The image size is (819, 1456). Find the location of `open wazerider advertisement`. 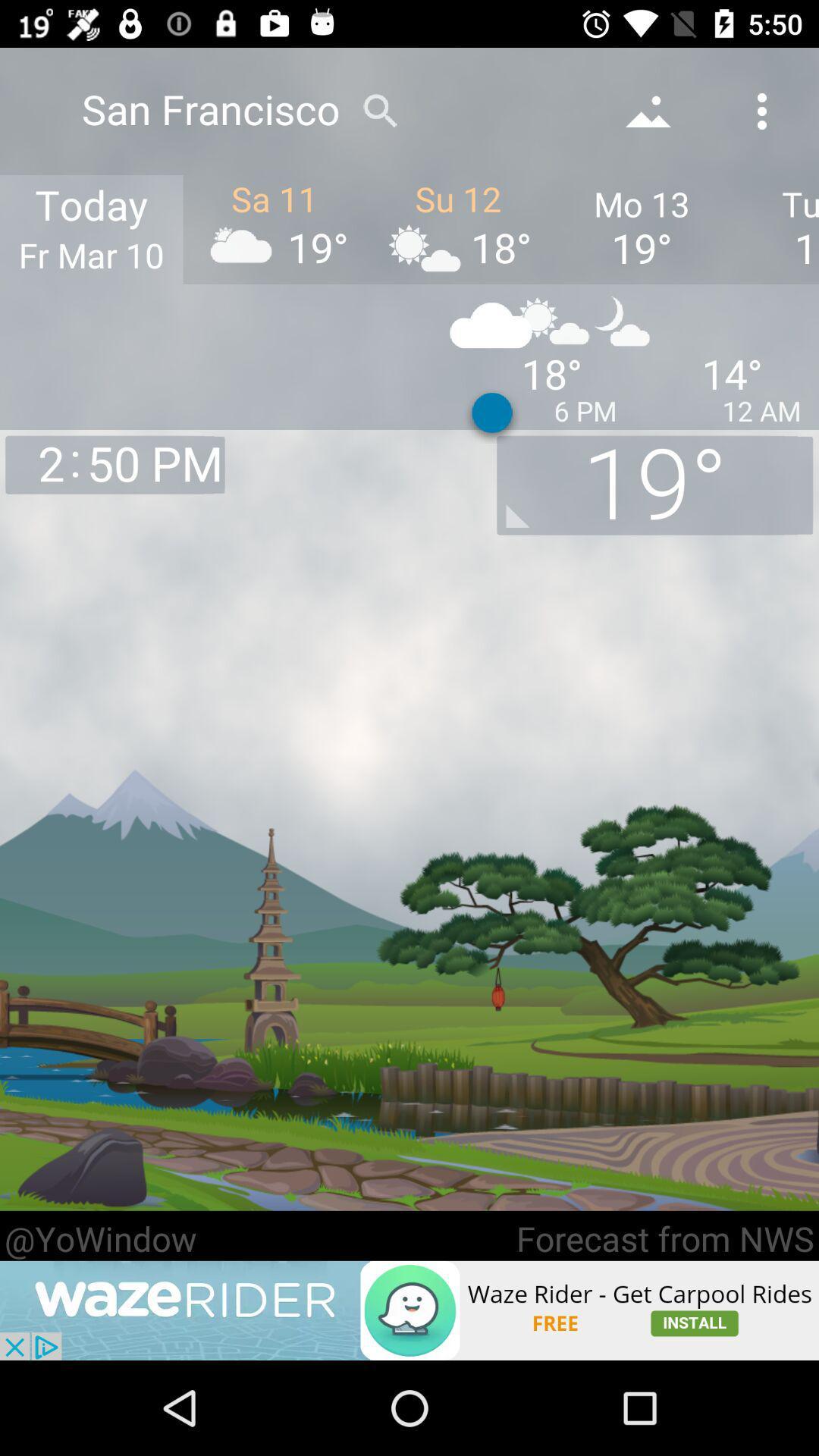

open wazerider advertisement is located at coordinates (409, 1310).